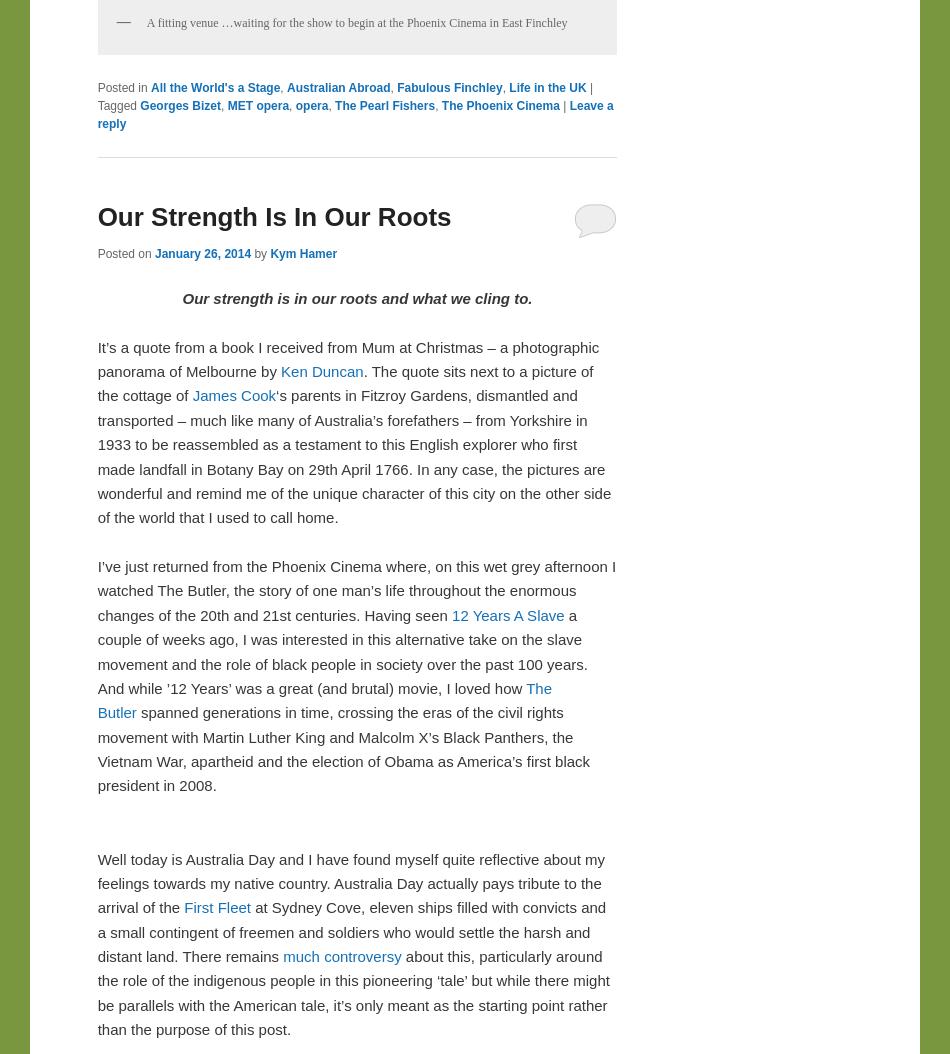  Describe the element at coordinates (344, 382) in the screenshot. I see `'. The quote sits next to a picture of the cottage of'` at that location.